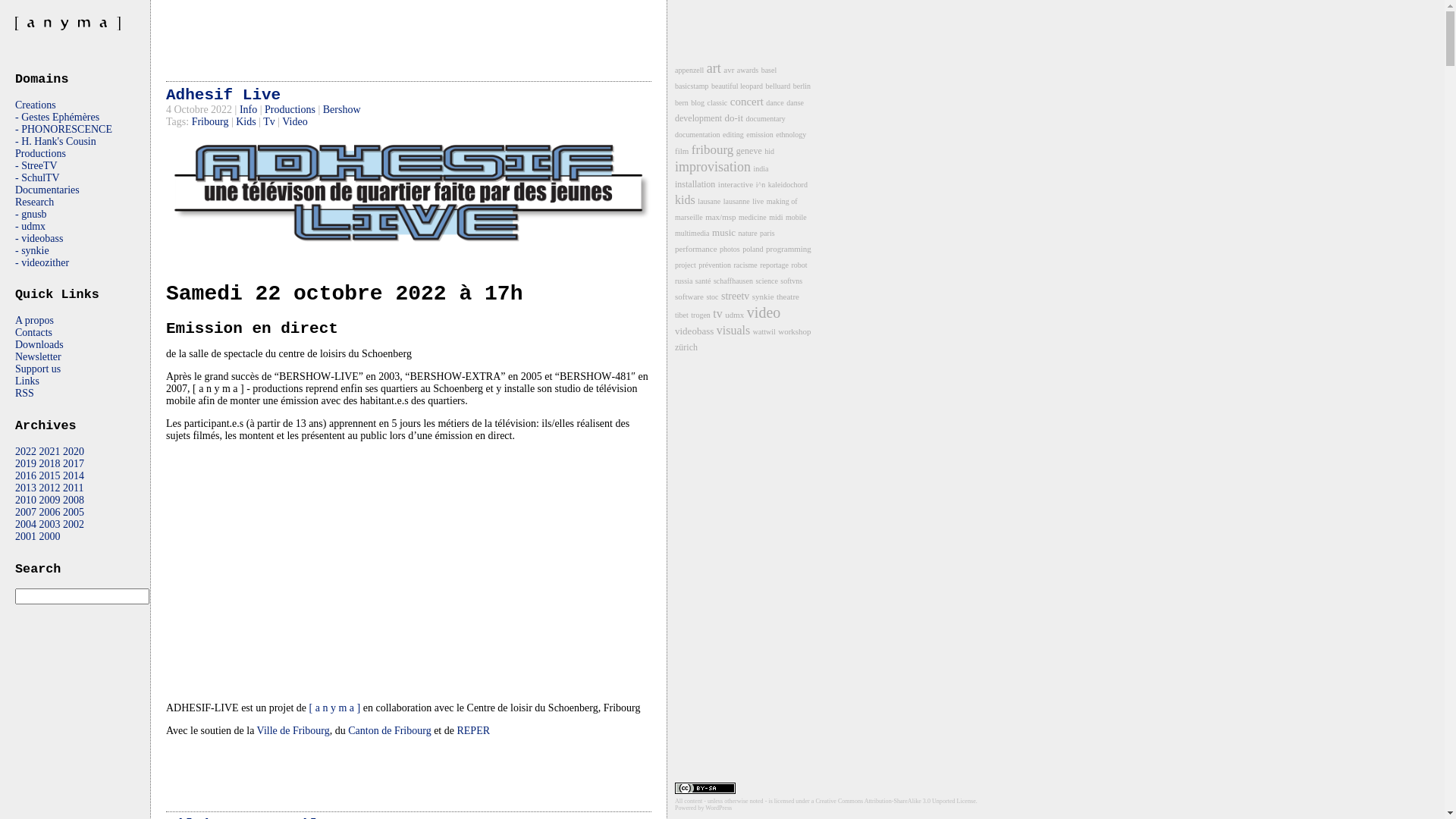 This screenshot has height=819, width=1456. Describe the element at coordinates (282, 121) in the screenshot. I see `'Video'` at that location.